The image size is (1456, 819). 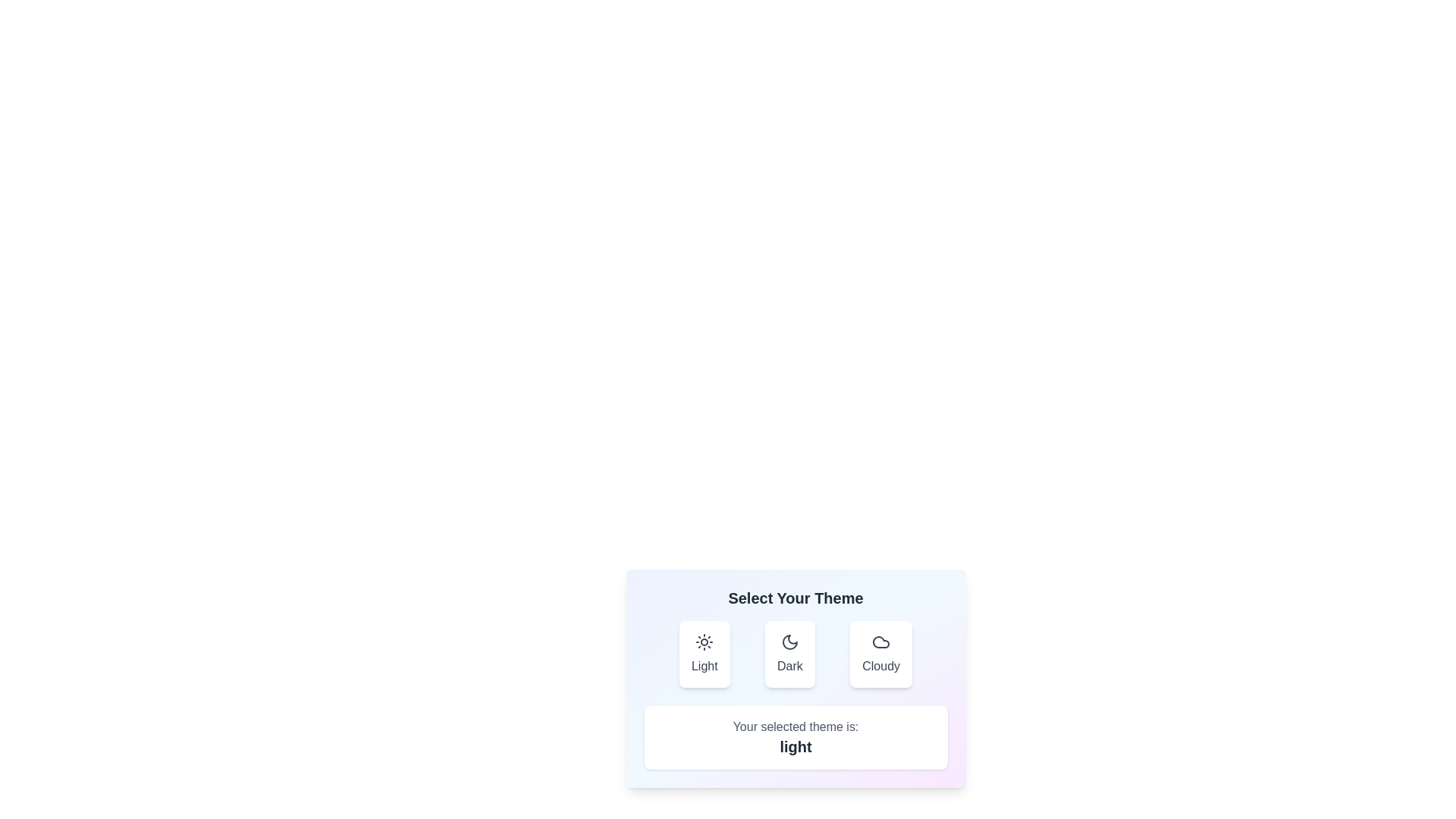 What do you see at coordinates (704, 642) in the screenshot?
I see `the circular, sun-shaped icon styled in line-art, colored medium-gray, which represents the 'Light' theme option in the theme selection card` at bounding box center [704, 642].